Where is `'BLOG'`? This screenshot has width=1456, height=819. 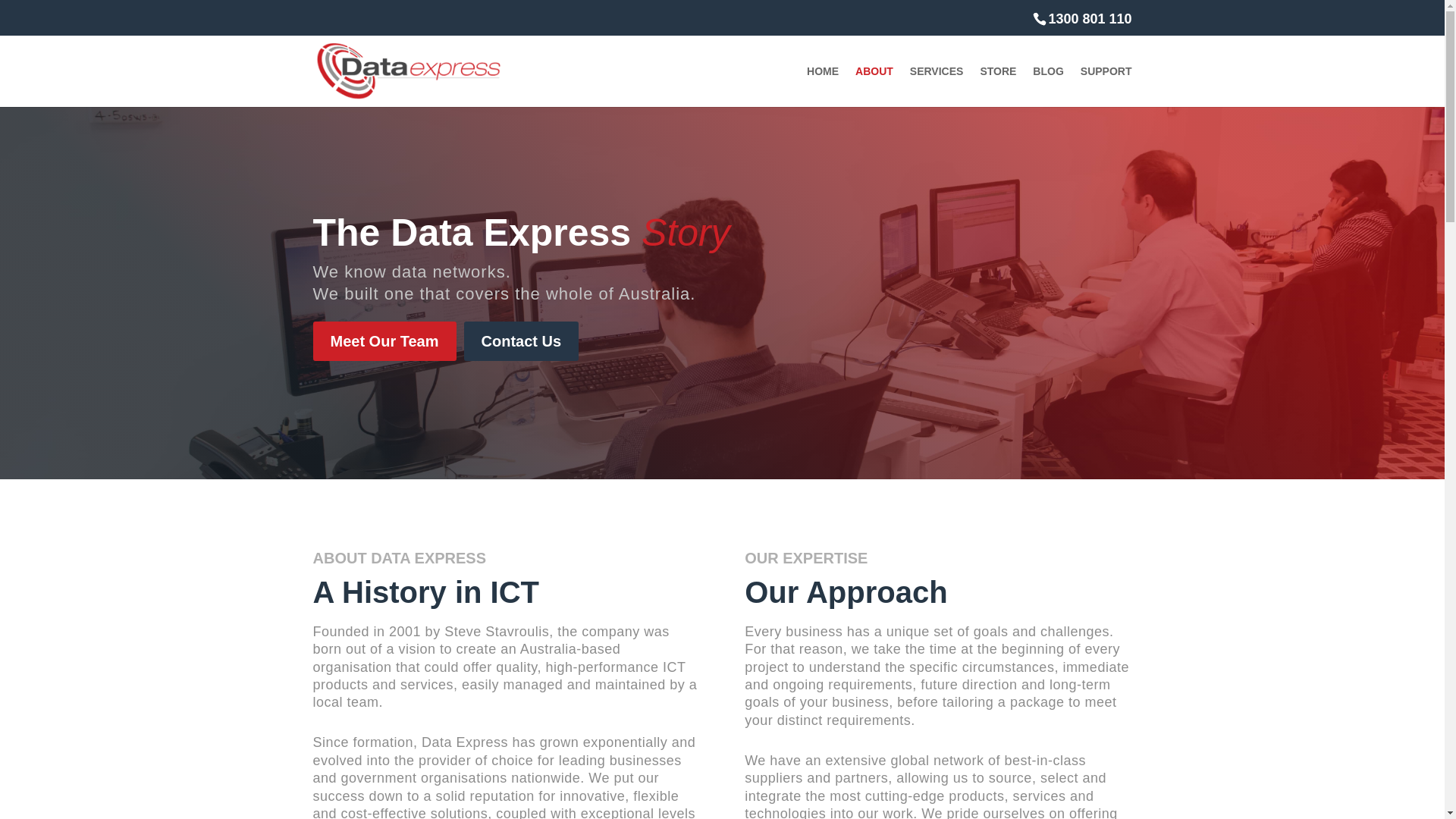
'BLOG' is located at coordinates (1047, 86).